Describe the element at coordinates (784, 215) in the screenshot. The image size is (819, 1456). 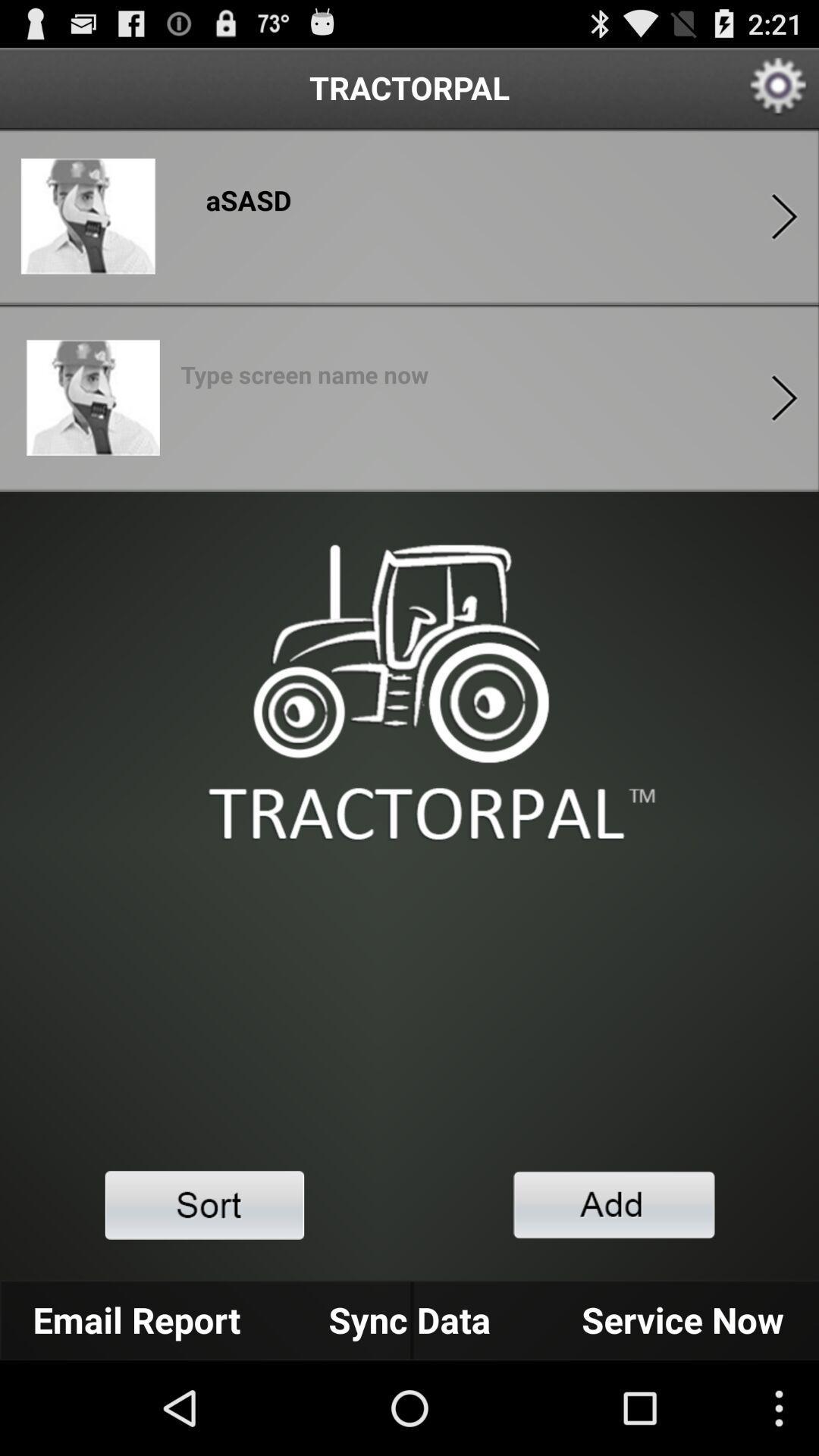
I see `back farce` at that location.